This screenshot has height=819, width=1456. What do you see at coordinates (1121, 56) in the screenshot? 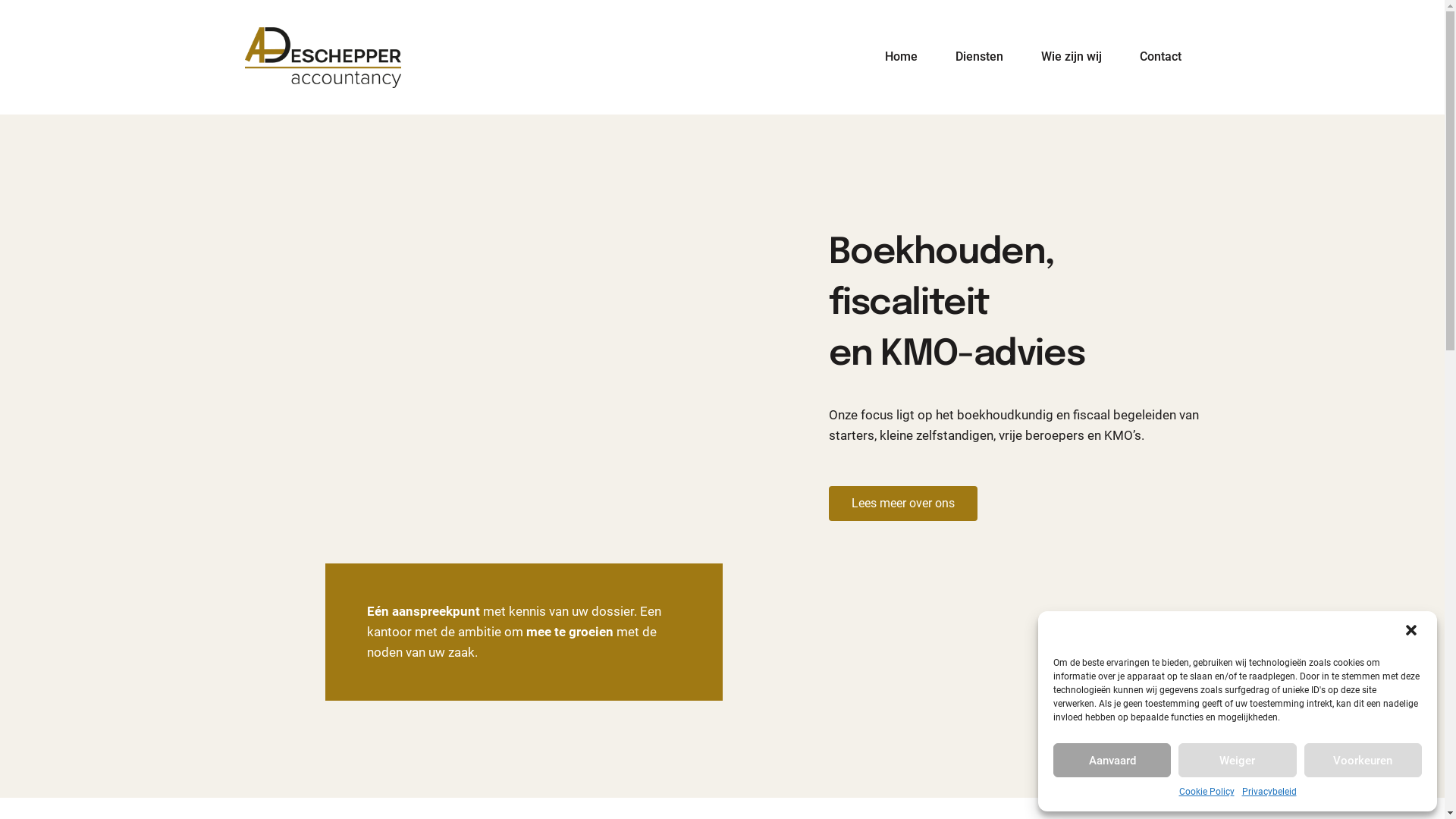
I see `'Contact'` at bounding box center [1121, 56].